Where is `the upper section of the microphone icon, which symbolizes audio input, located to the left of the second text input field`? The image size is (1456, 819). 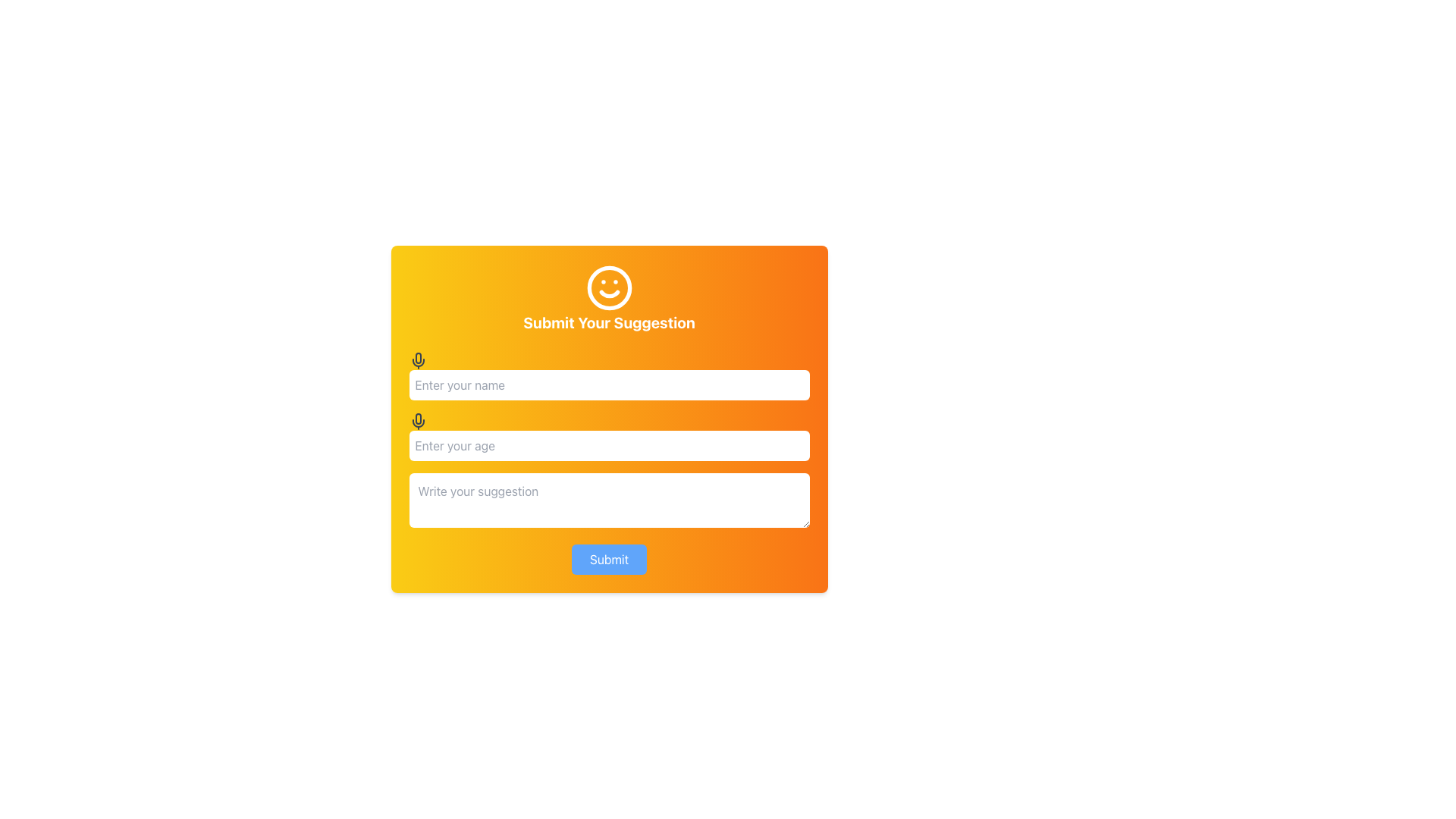
the upper section of the microphone icon, which symbolizes audio input, located to the left of the second text input field is located at coordinates (418, 358).